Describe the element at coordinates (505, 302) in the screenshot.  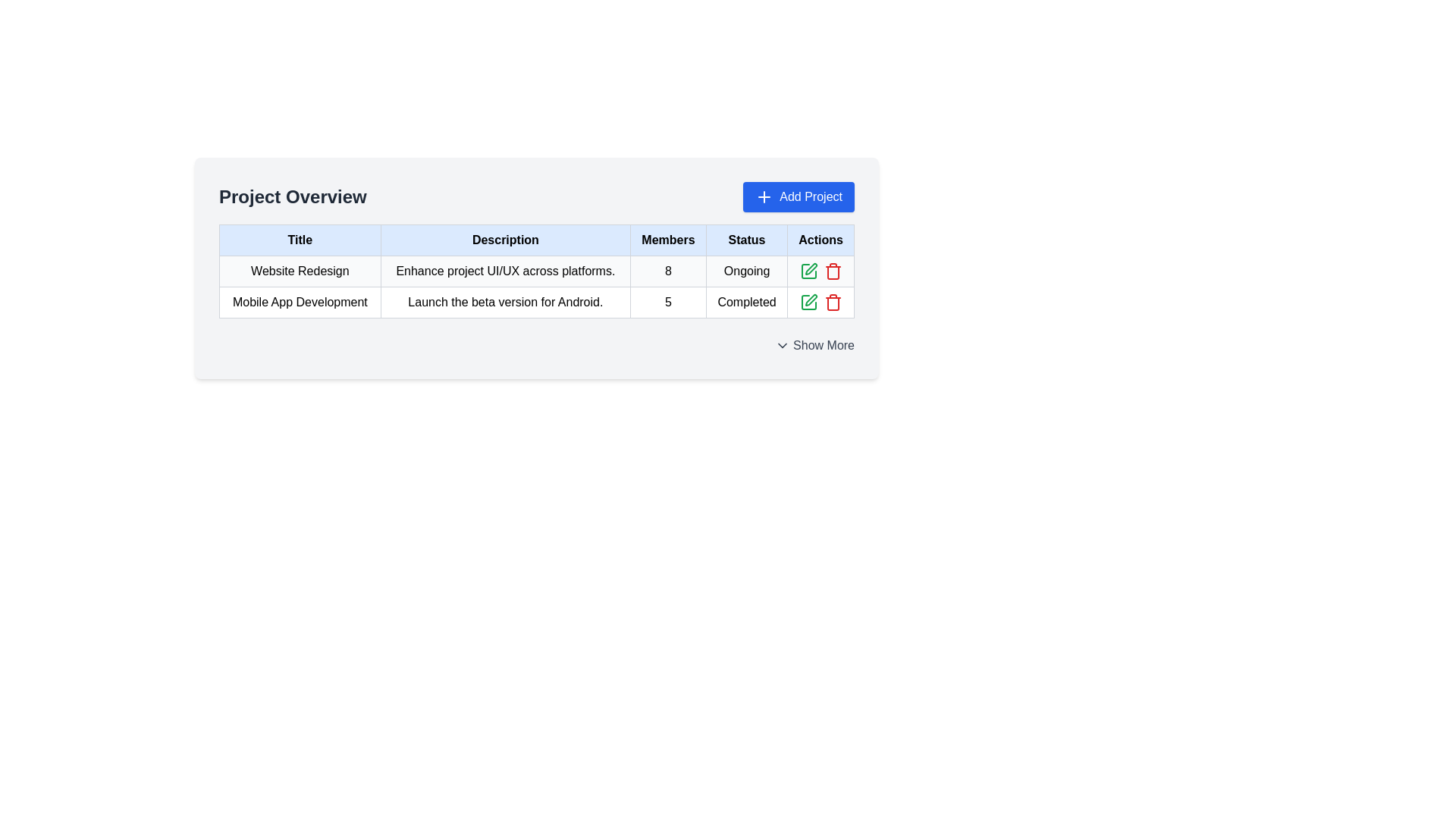
I see `the Text Label that says 'Launch the beta version for Android.' located in the second row of the table under the 'Description' column` at that location.